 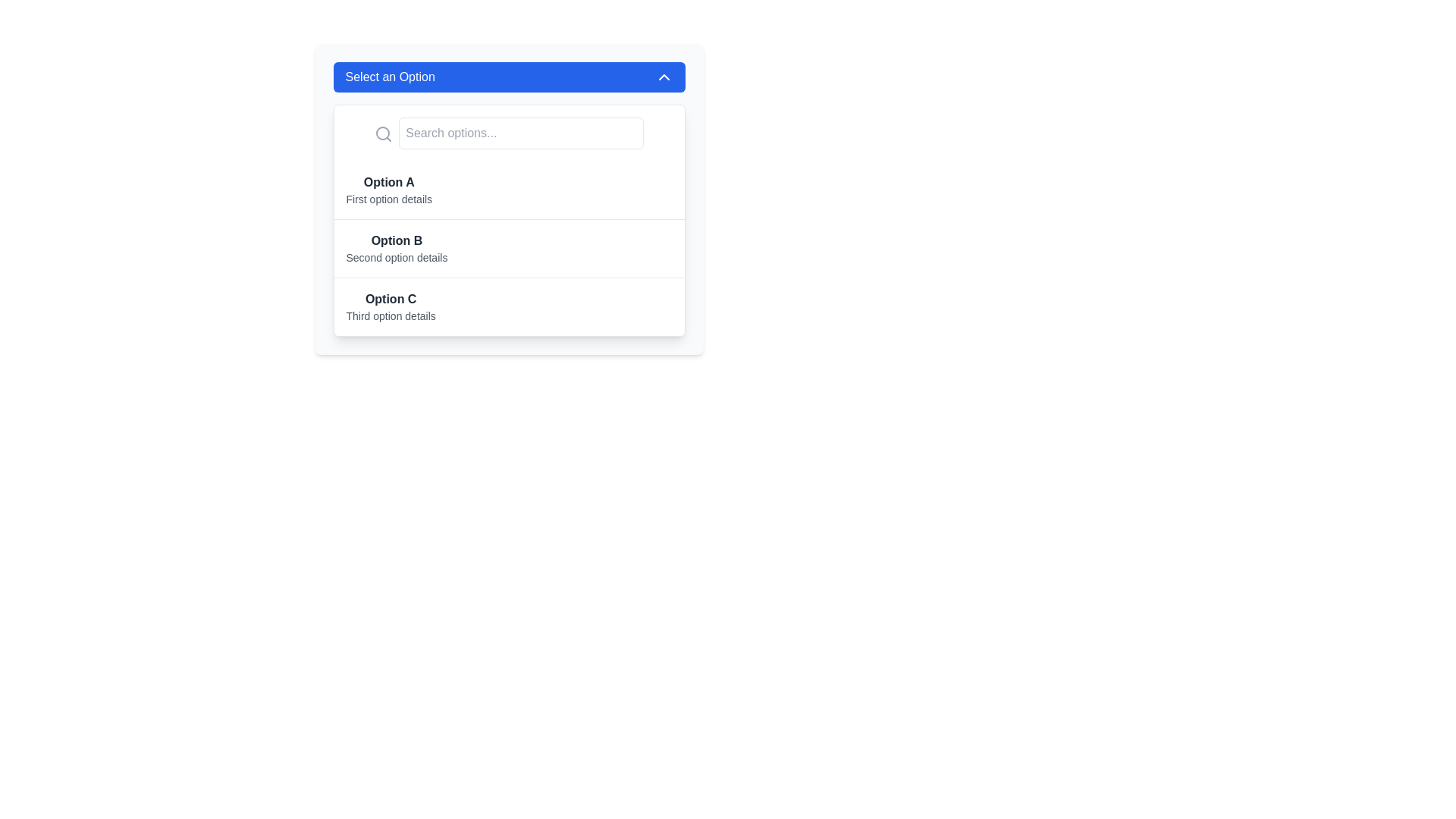 I want to click on the second selectable list item displaying 'Option B' and its details, so click(x=397, y=247).